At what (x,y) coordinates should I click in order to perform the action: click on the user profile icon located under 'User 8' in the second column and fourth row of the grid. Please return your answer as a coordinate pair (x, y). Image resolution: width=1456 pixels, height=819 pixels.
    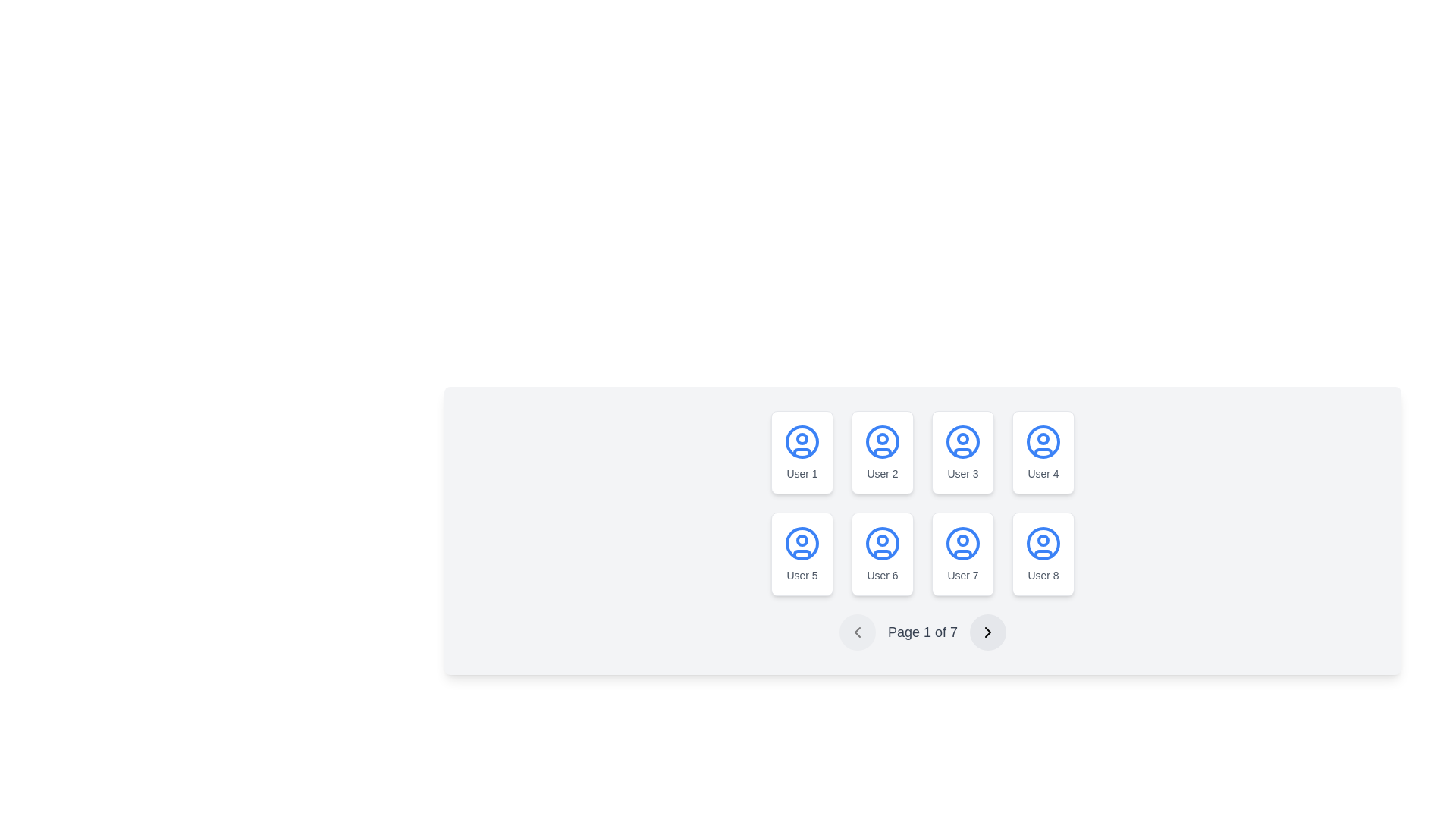
    Looking at the image, I should click on (1043, 543).